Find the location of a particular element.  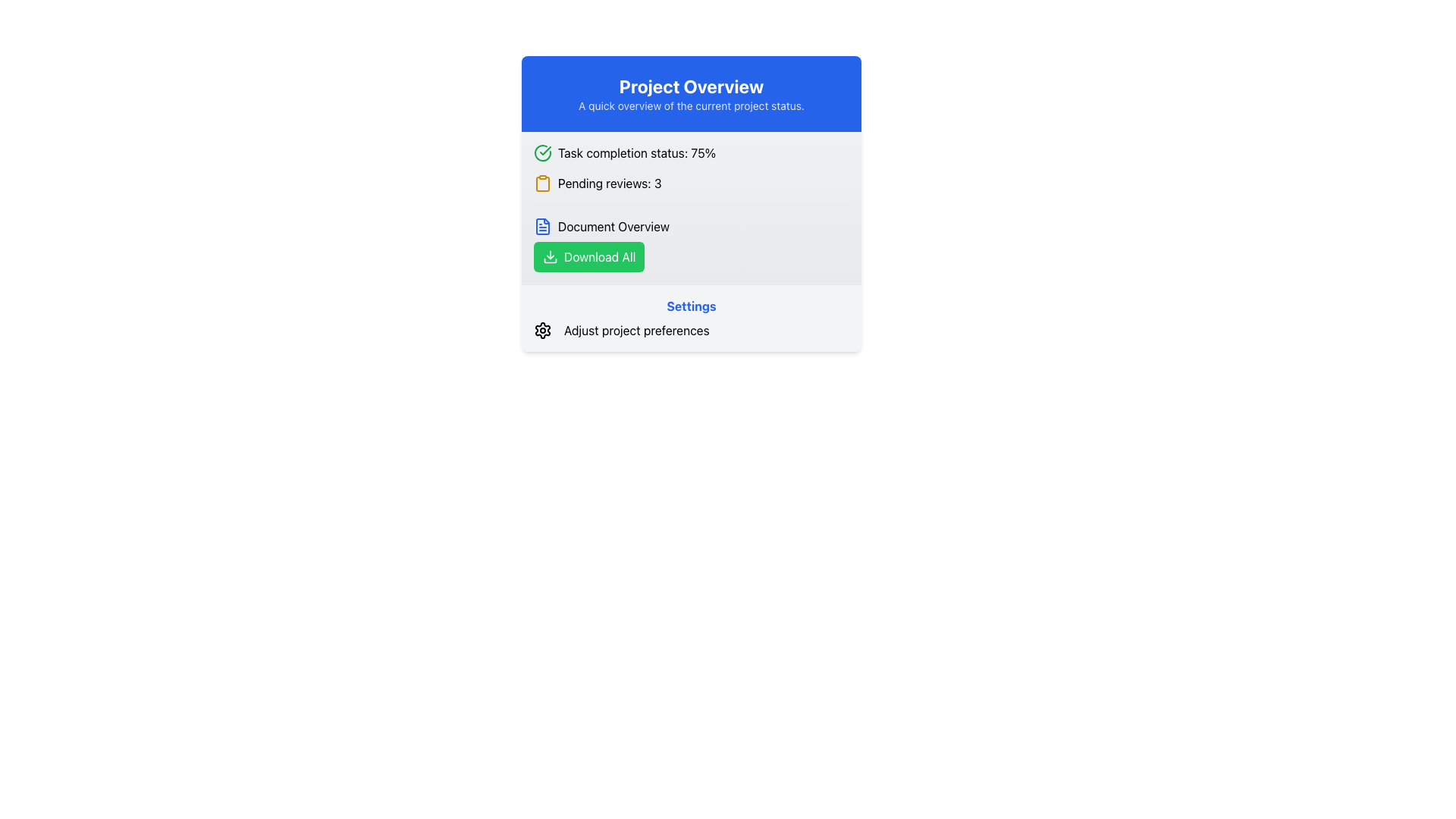

the main heading text label of the card component, which is positioned at the top of a blue background with white text is located at coordinates (691, 86).